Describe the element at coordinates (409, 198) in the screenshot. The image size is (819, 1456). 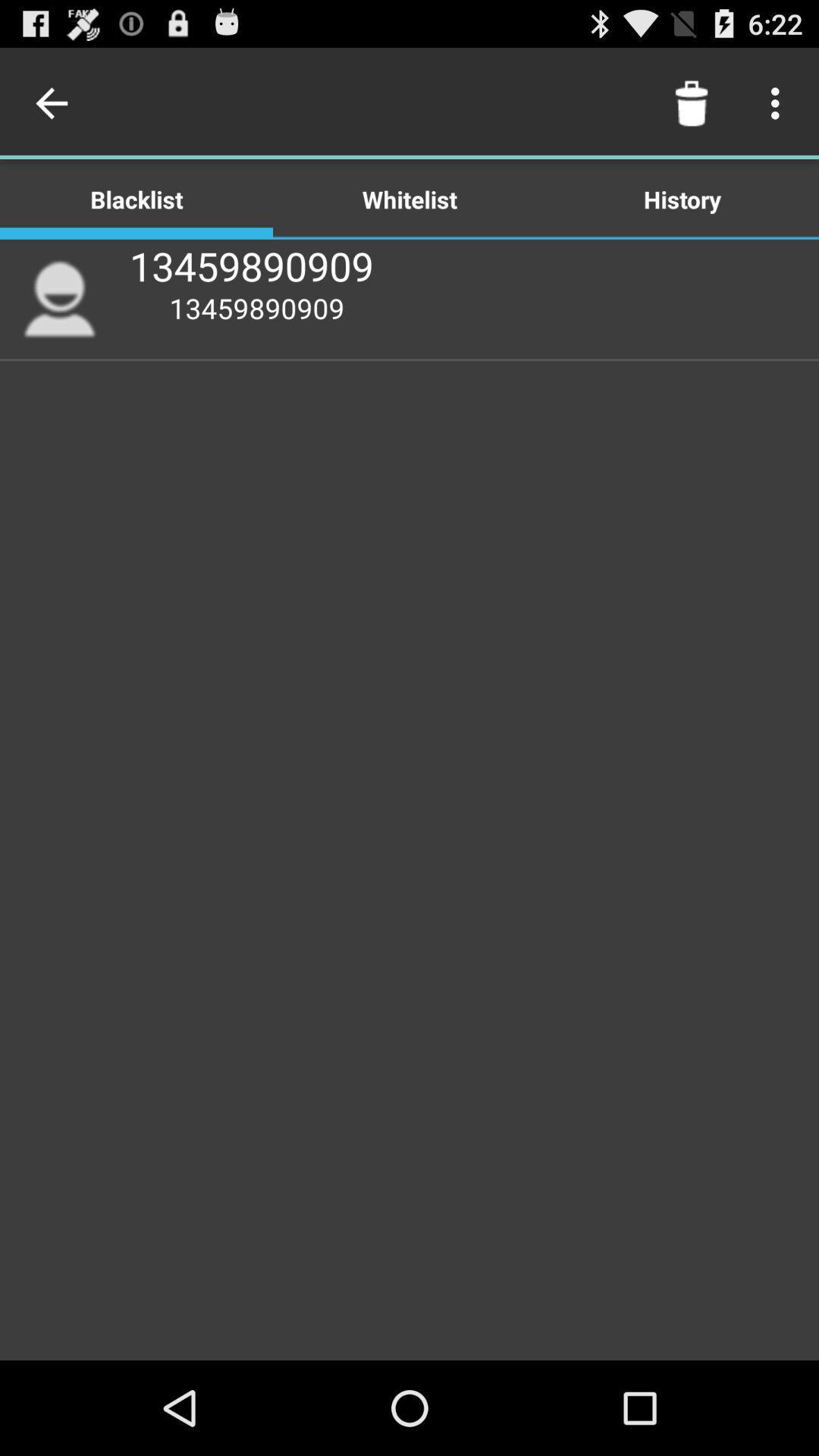
I see `the icon next to blacklist` at that location.